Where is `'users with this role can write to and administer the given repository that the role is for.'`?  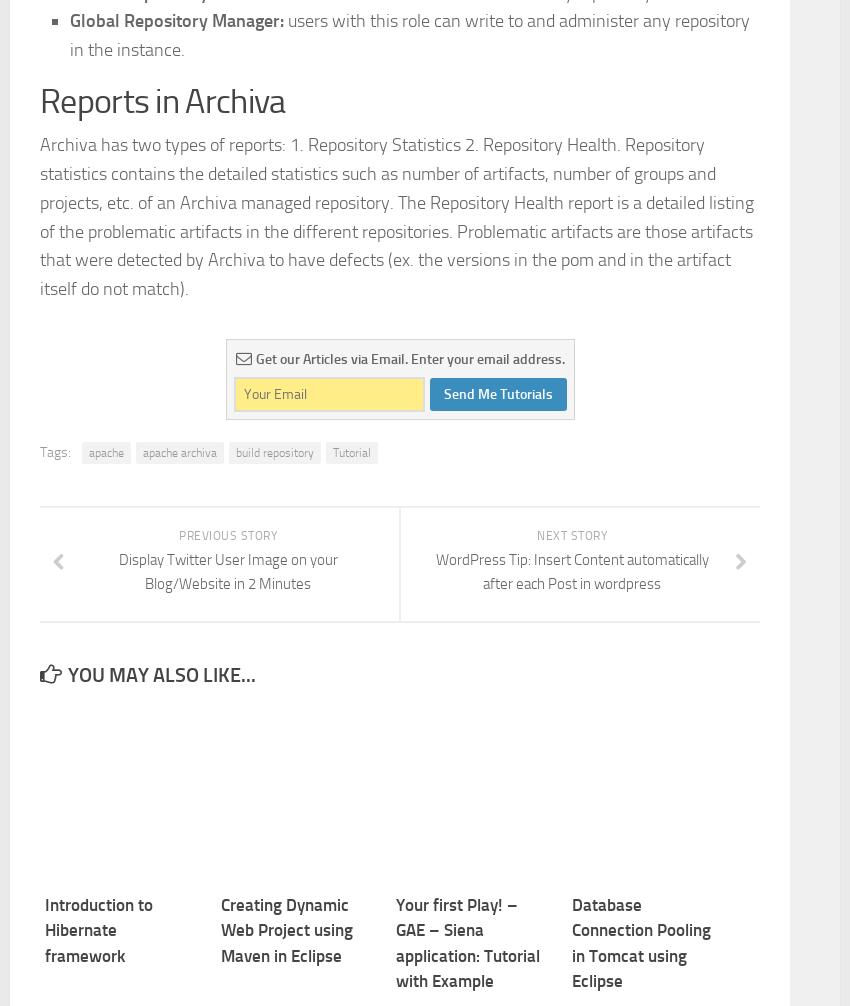
'users with this role can write to and administer the given repository that the role is for.' is located at coordinates (404, 228).